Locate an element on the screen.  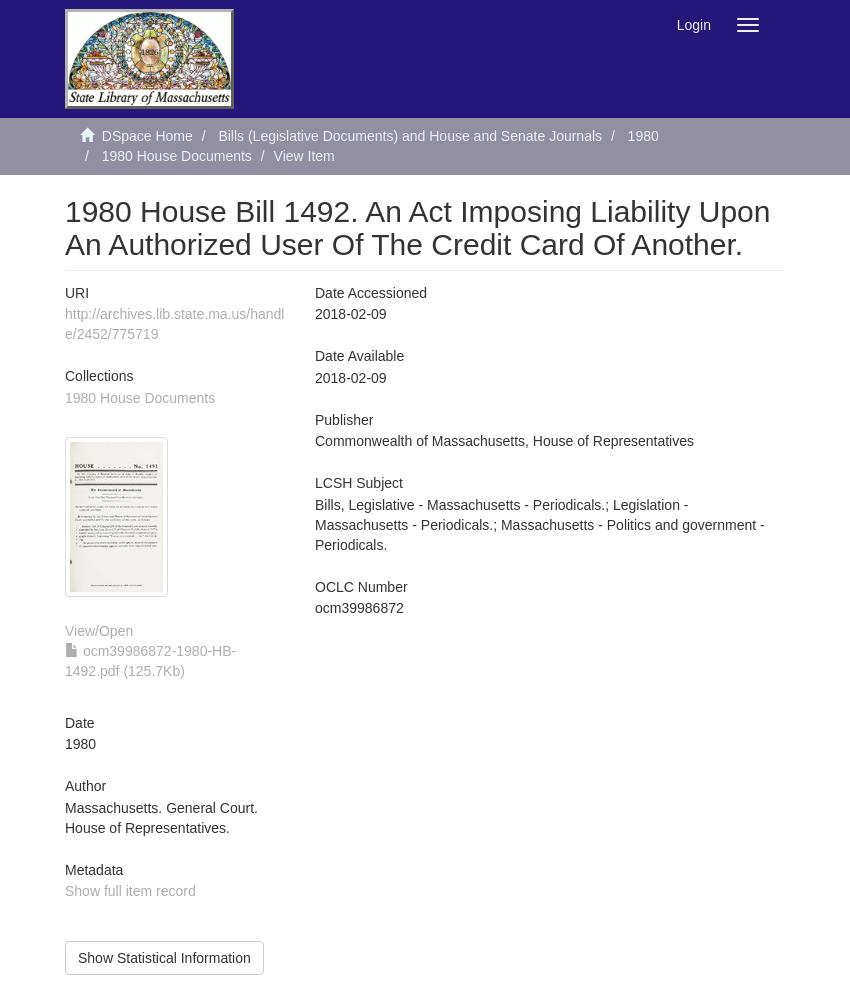
'Bills, Legislative - Massachusetts - Periodicals.; Legislation - Massachusetts - Periodicals.; Massachusetts - Politics and government - Periodicals.' is located at coordinates (315, 524).